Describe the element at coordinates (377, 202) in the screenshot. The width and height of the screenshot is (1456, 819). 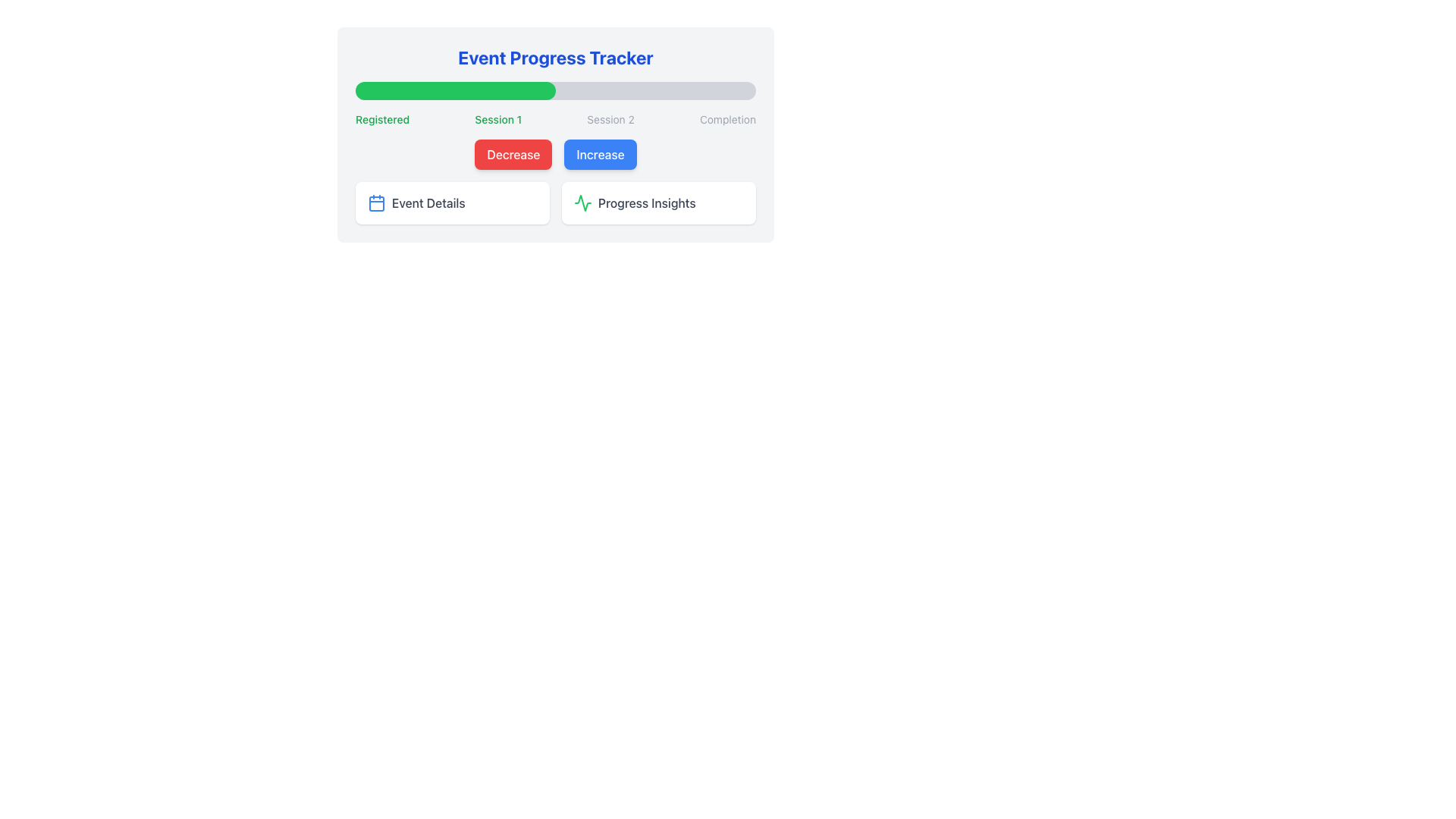
I see `the calendar icon within the 'Event Details' button located to the left of the 'Event Details' label` at that location.